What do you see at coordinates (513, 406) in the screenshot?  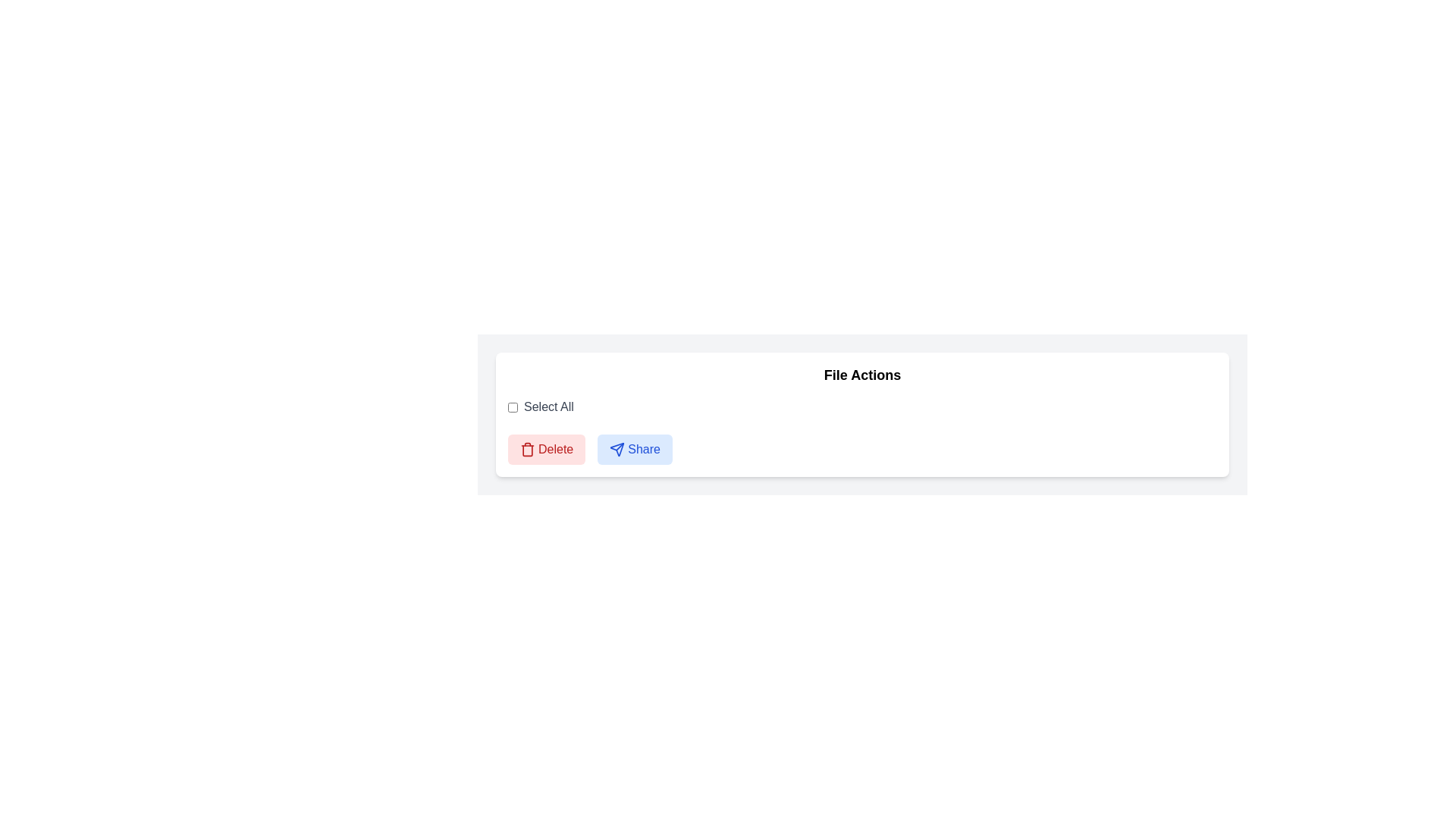 I see `the 'Select All' checkbox` at bounding box center [513, 406].